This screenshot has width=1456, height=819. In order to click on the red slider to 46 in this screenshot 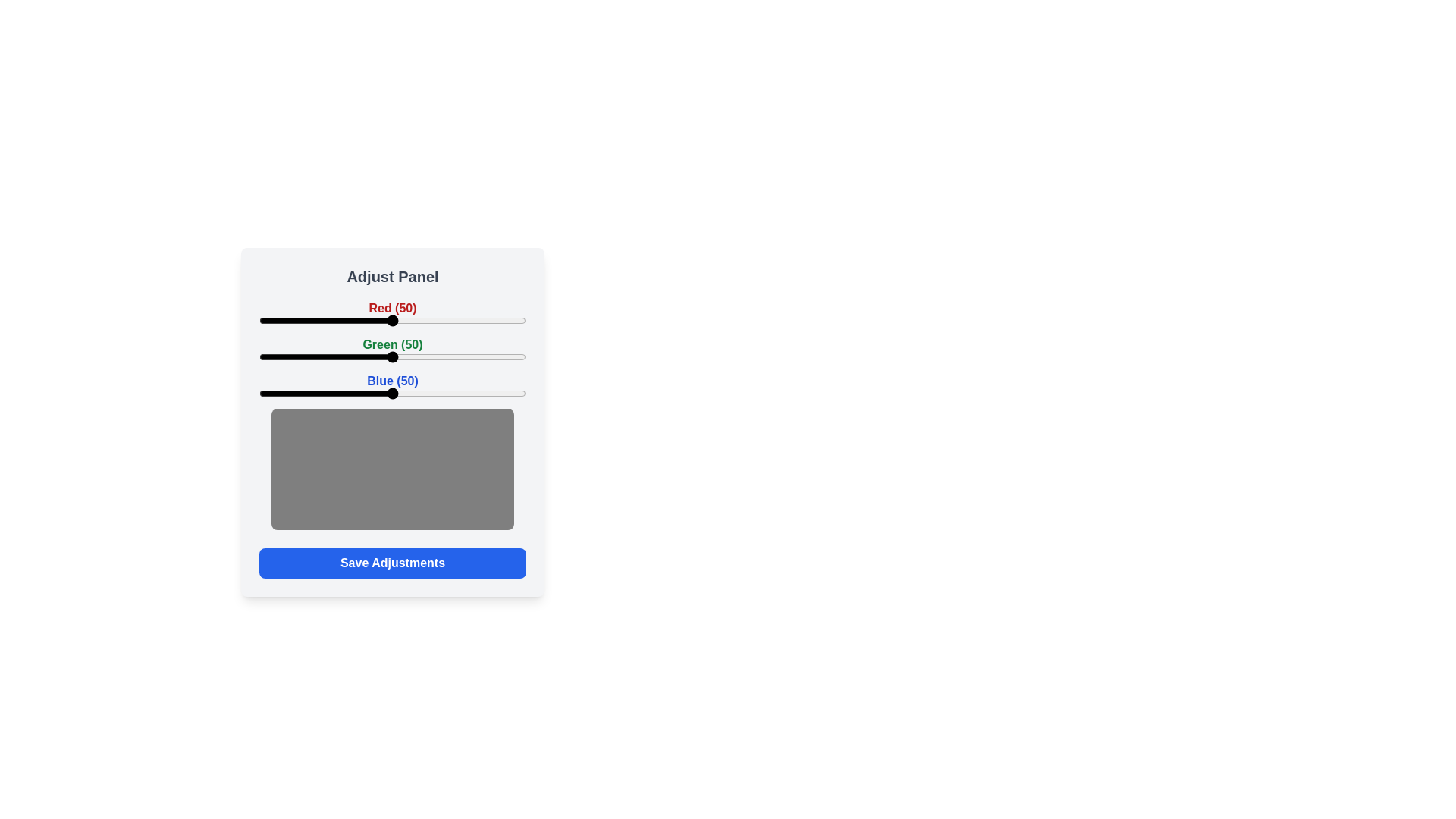, I will do `click(382, 320)`.